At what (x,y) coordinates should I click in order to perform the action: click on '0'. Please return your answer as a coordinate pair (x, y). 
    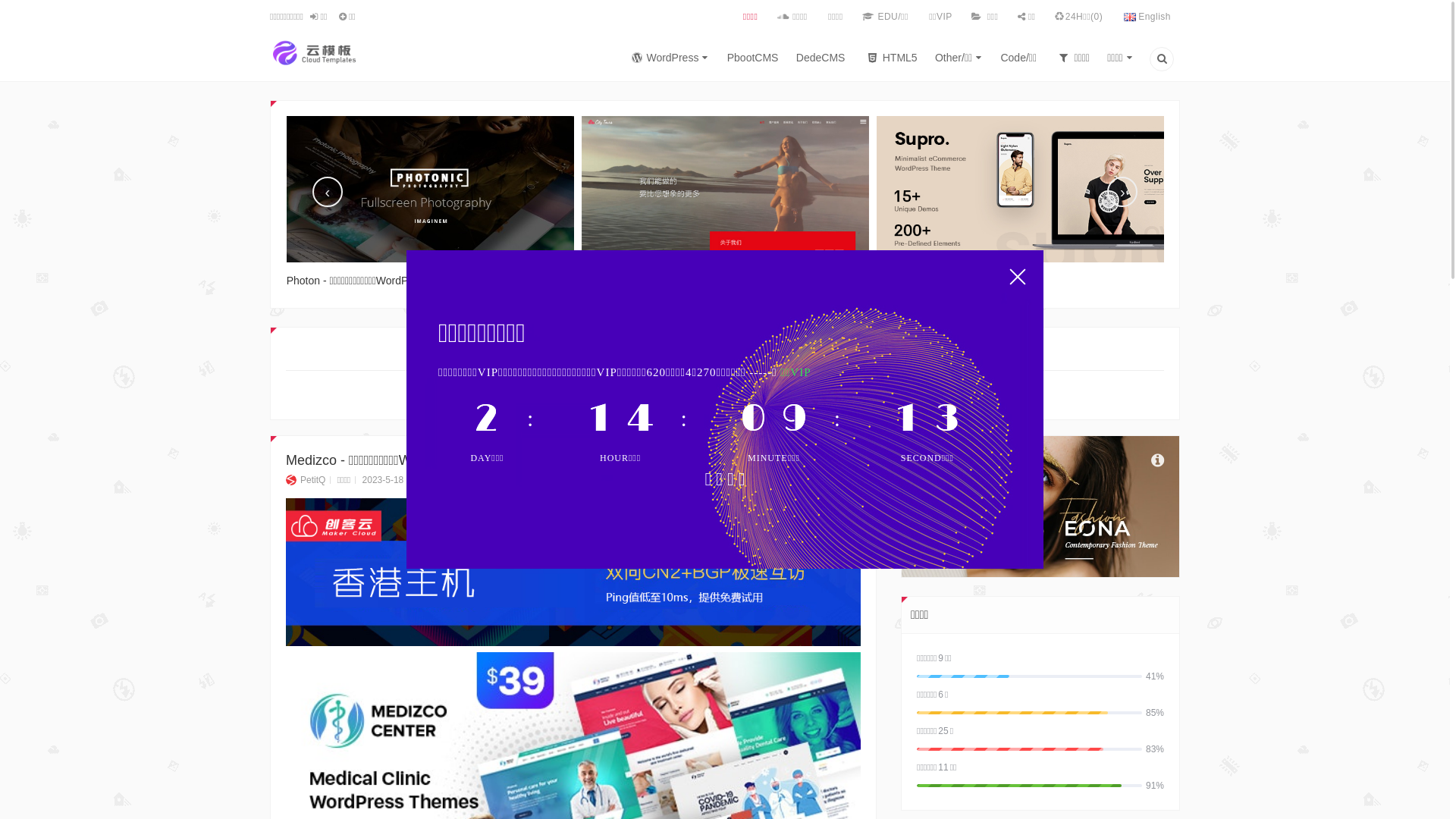
    Looking at the image, I should click on (468, 479).